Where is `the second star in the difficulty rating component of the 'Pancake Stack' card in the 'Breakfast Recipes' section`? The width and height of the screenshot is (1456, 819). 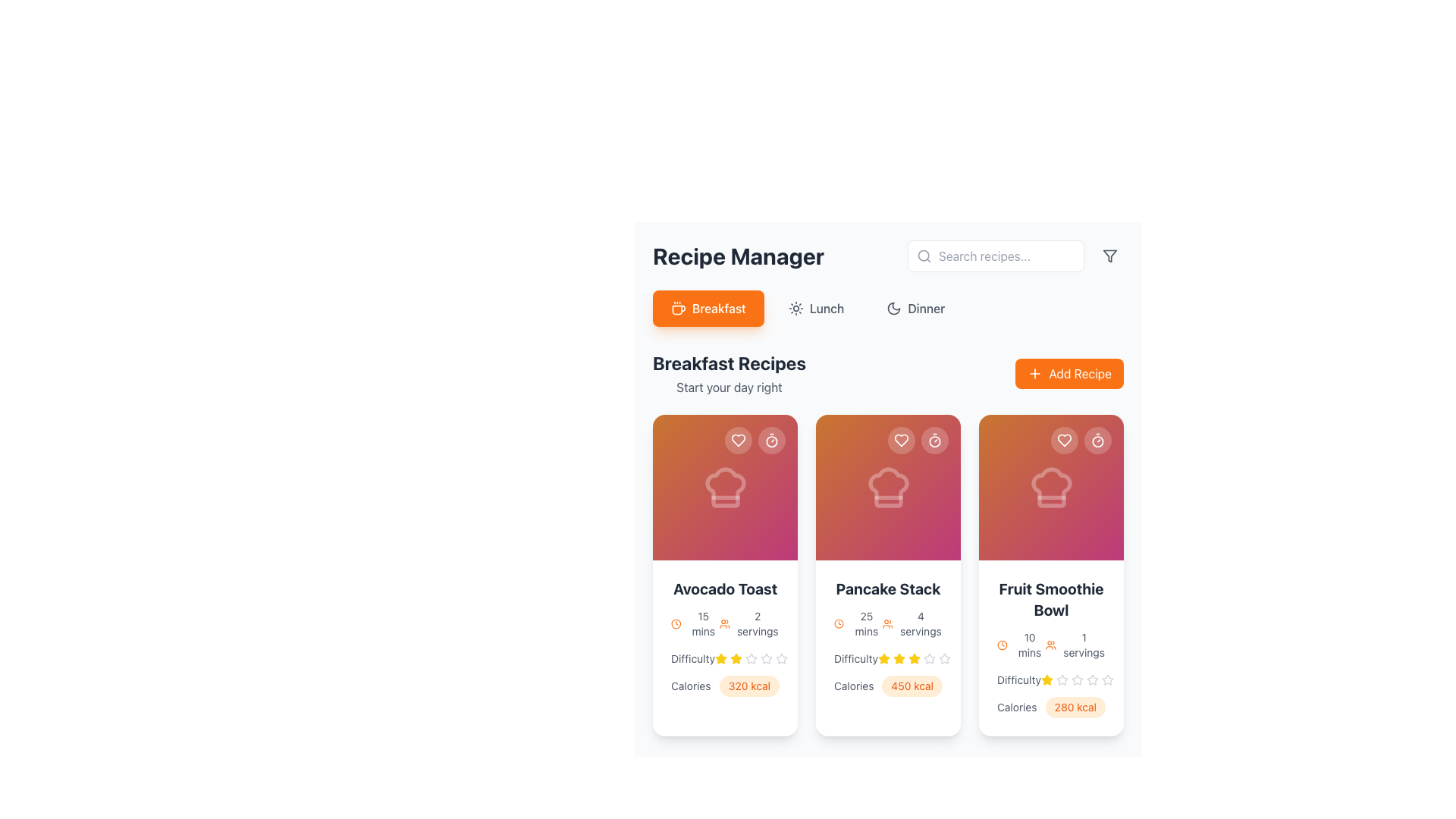 the second star in the difficulty rating component of the 'Pancake Stack' card in the 'Breakfast Recipes' section is located at coordinates (899, 657).